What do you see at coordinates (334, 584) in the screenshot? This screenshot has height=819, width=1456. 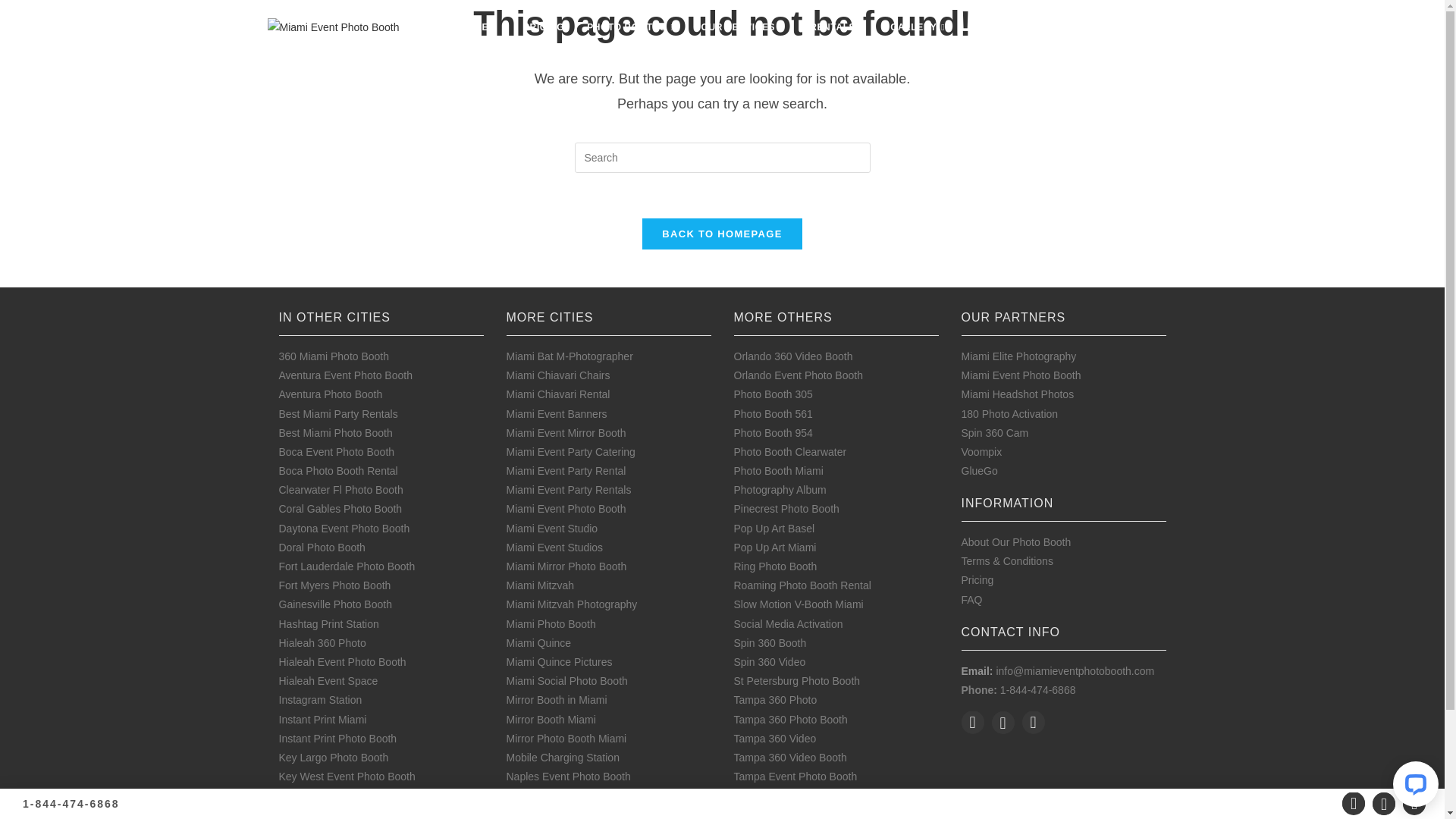 I see `'Fort Myers Photo Booth'` at bounding box center [334, 584].